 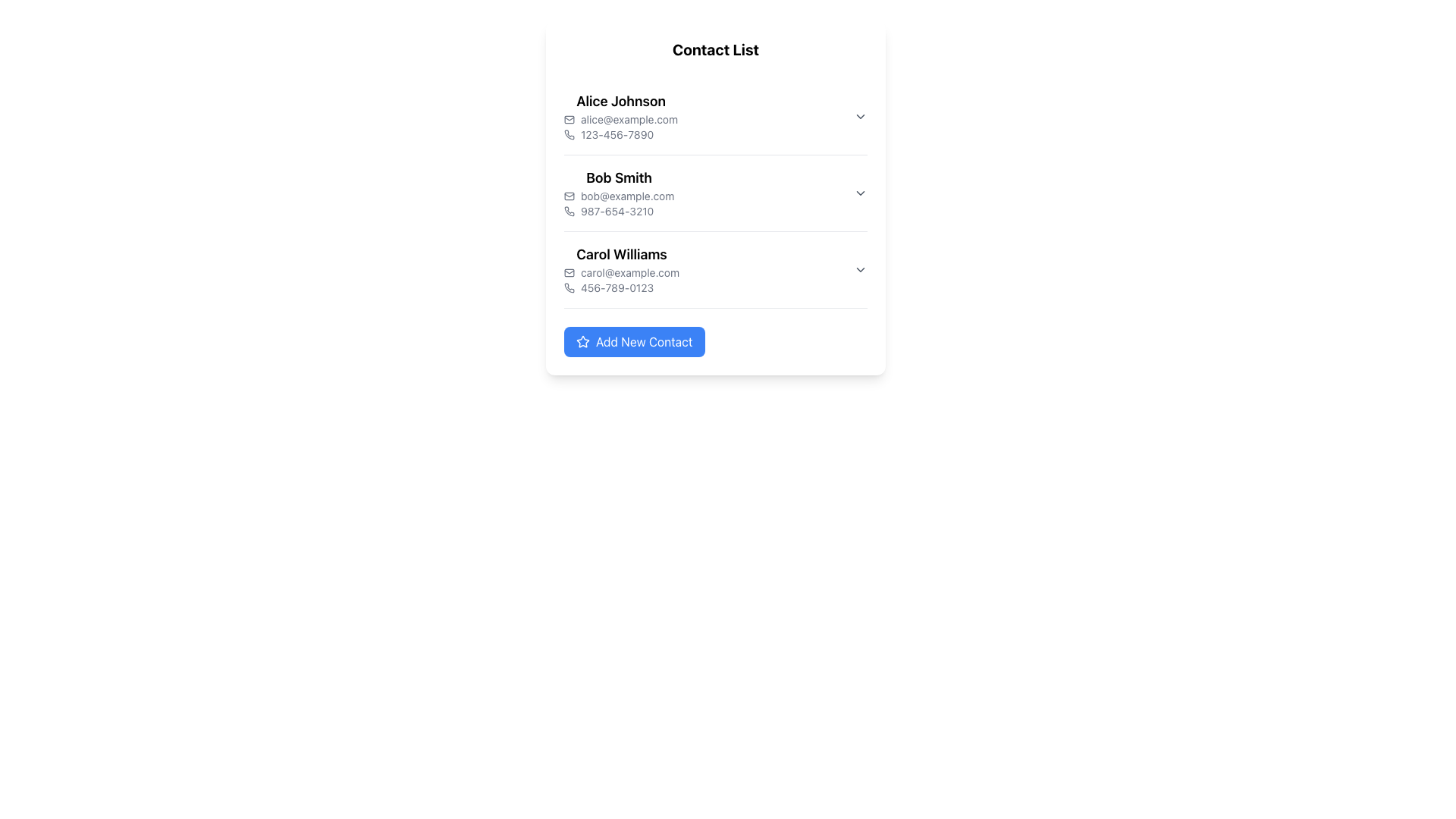 I want to click on on the name 'Alice Johnson' in the contact information section, so click(x=621, y=116).